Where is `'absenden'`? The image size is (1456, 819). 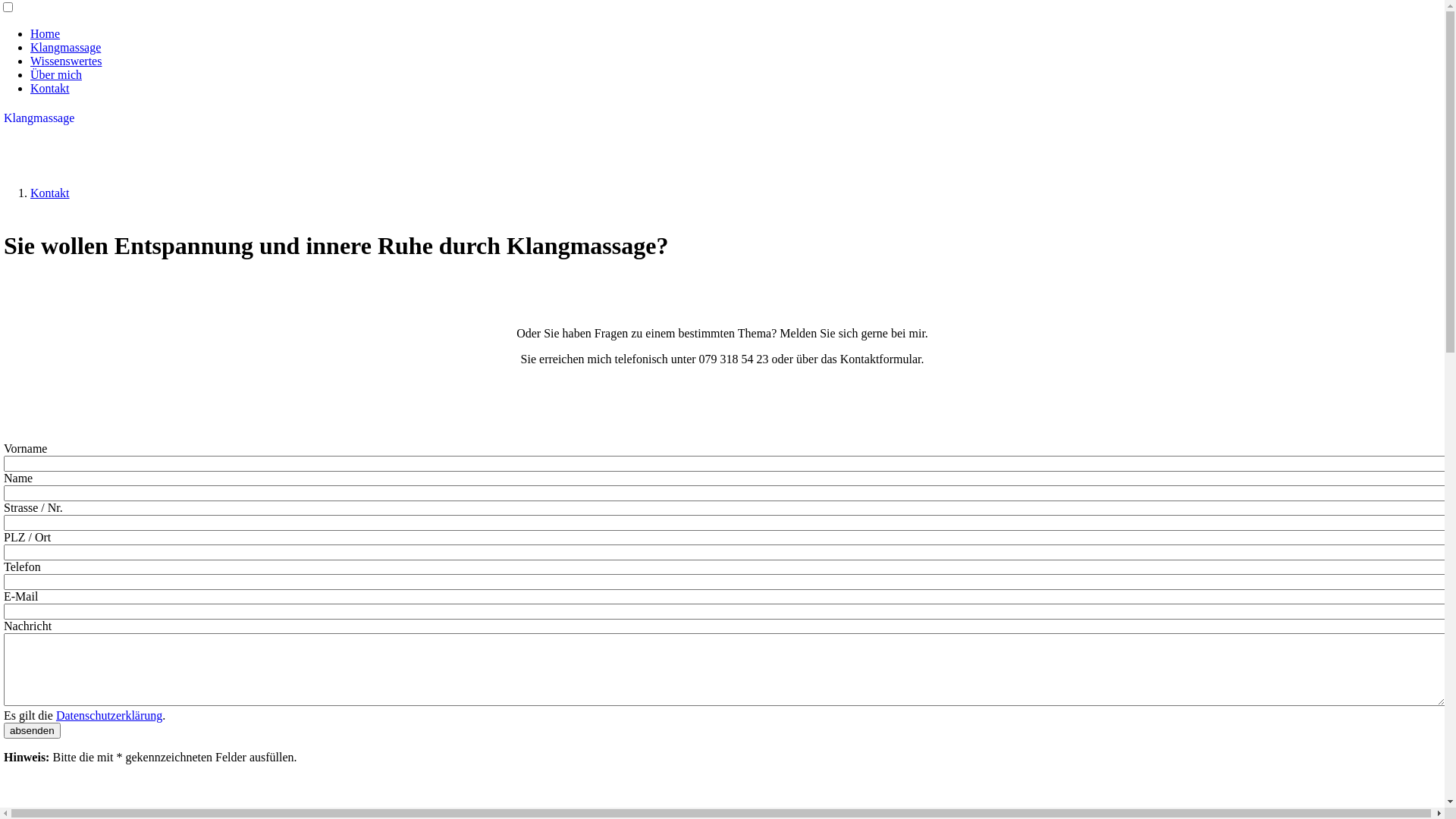 'absenden' is located at coordinates (32, 730).